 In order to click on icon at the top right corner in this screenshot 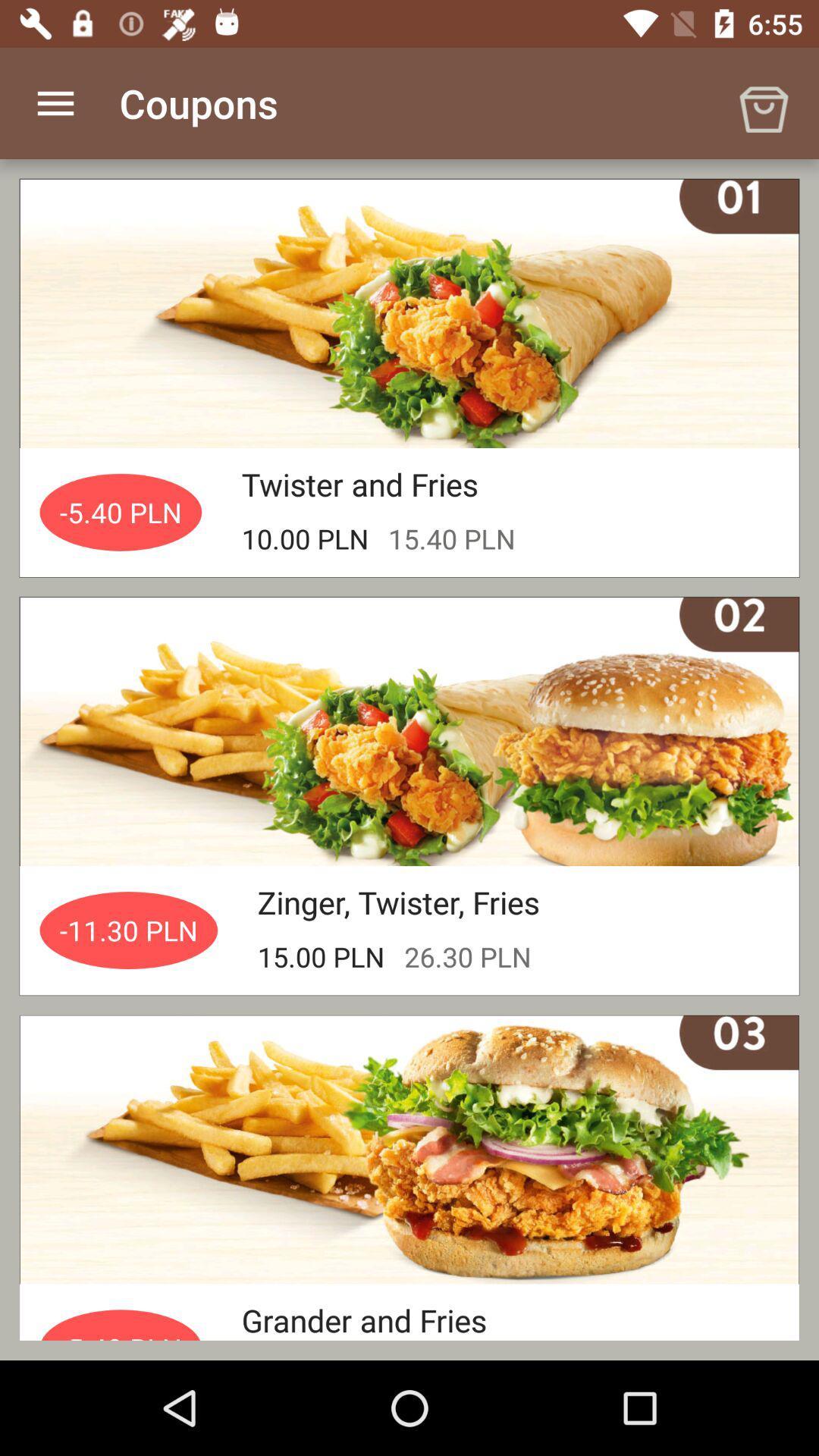, I will do `click(763, 102)`.